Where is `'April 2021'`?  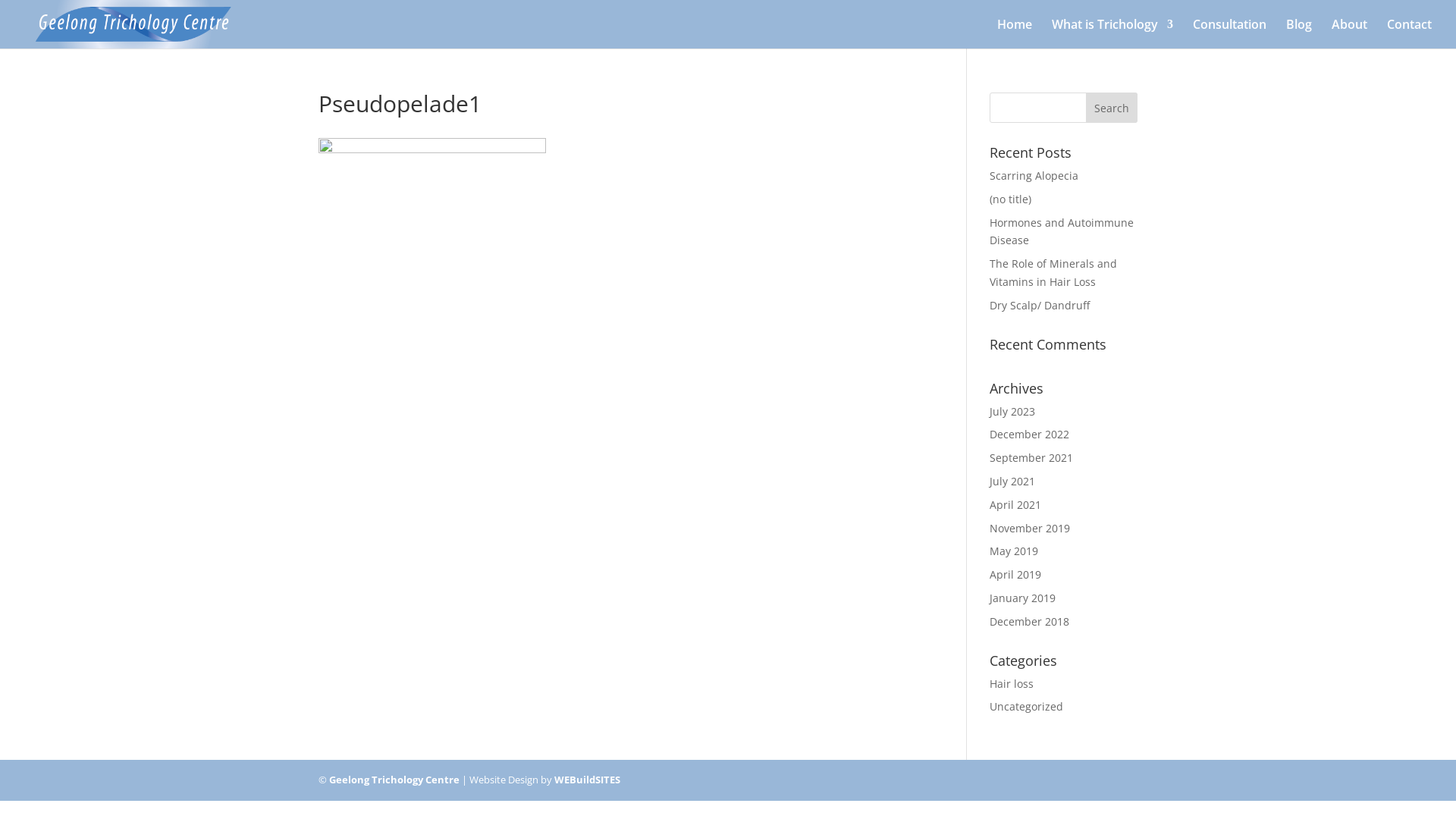 'April 2021' is located at coordinates (1015, 504).